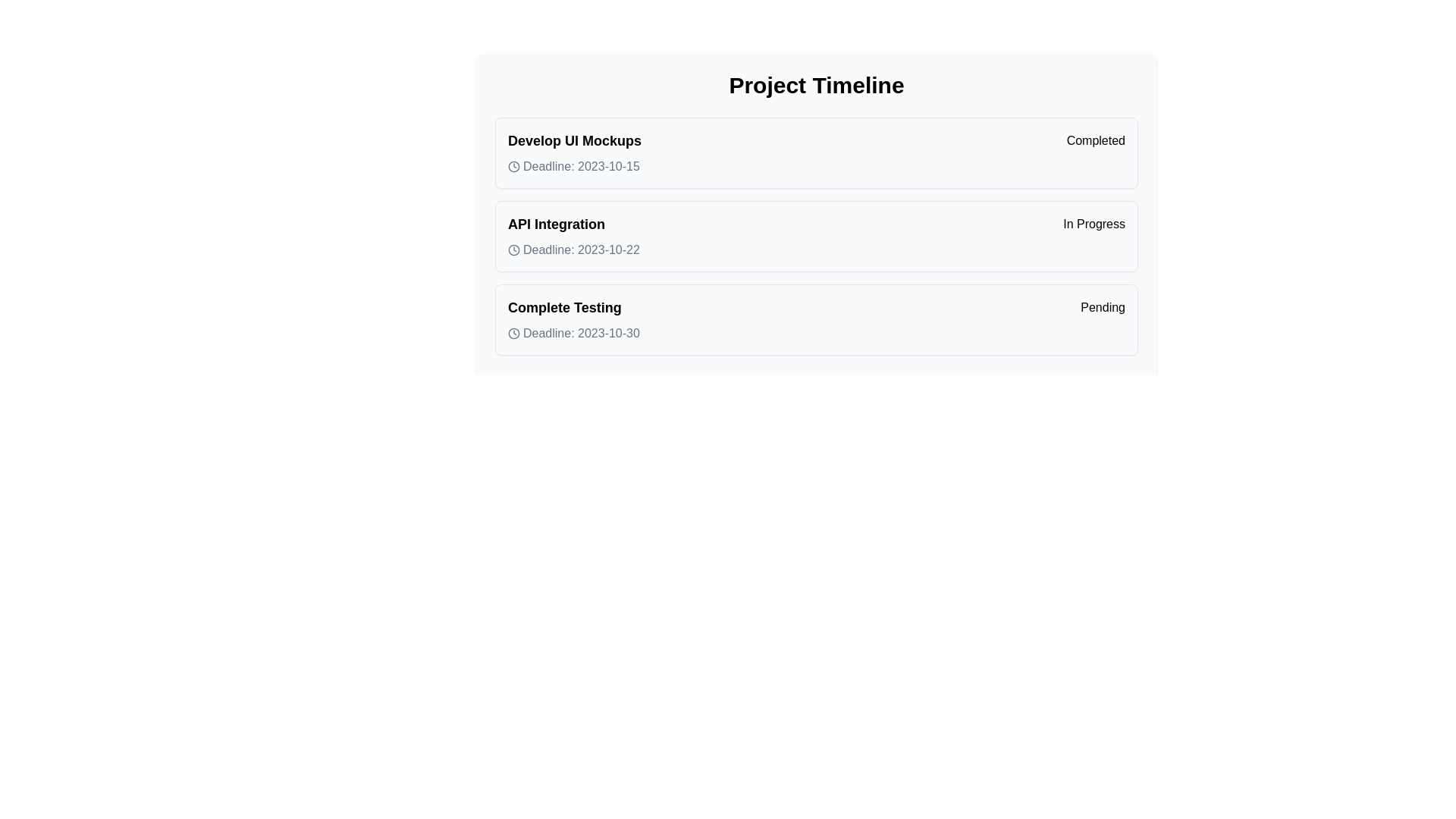 The image size is (1456, 819). What do you see at coordinates (513, 166) in the screenshot?
I see `the decorative icon indicating the deadline for the task 'Develop UI Mockups', located in the first row under 'Project Timeline'` at bounding box center [513, 166].